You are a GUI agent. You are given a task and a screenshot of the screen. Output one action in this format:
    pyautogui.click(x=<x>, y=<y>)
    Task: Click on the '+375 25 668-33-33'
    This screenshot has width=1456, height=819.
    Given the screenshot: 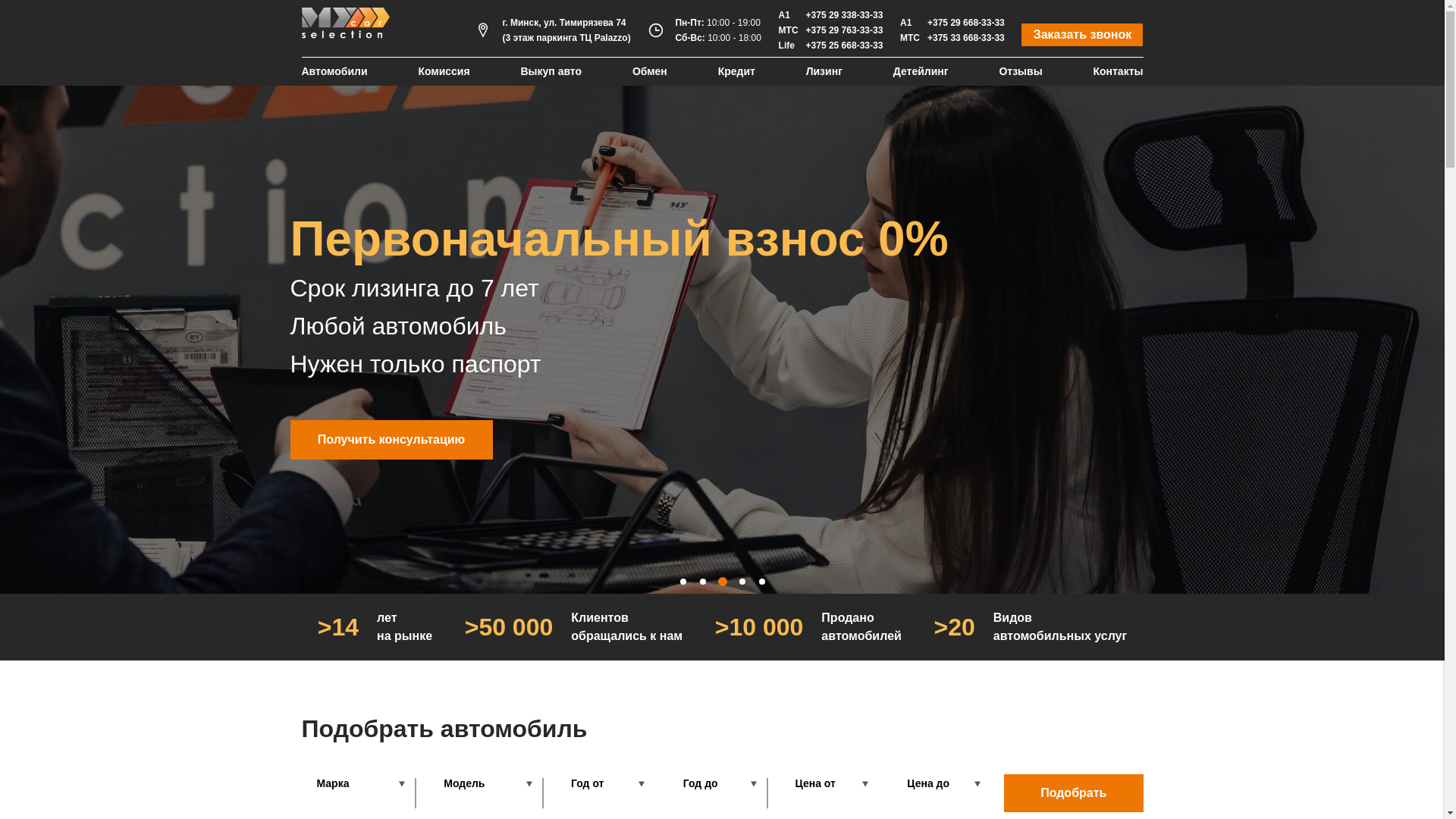 What is the action you would take?
    pyautogui.click(x=843, y=45)
    